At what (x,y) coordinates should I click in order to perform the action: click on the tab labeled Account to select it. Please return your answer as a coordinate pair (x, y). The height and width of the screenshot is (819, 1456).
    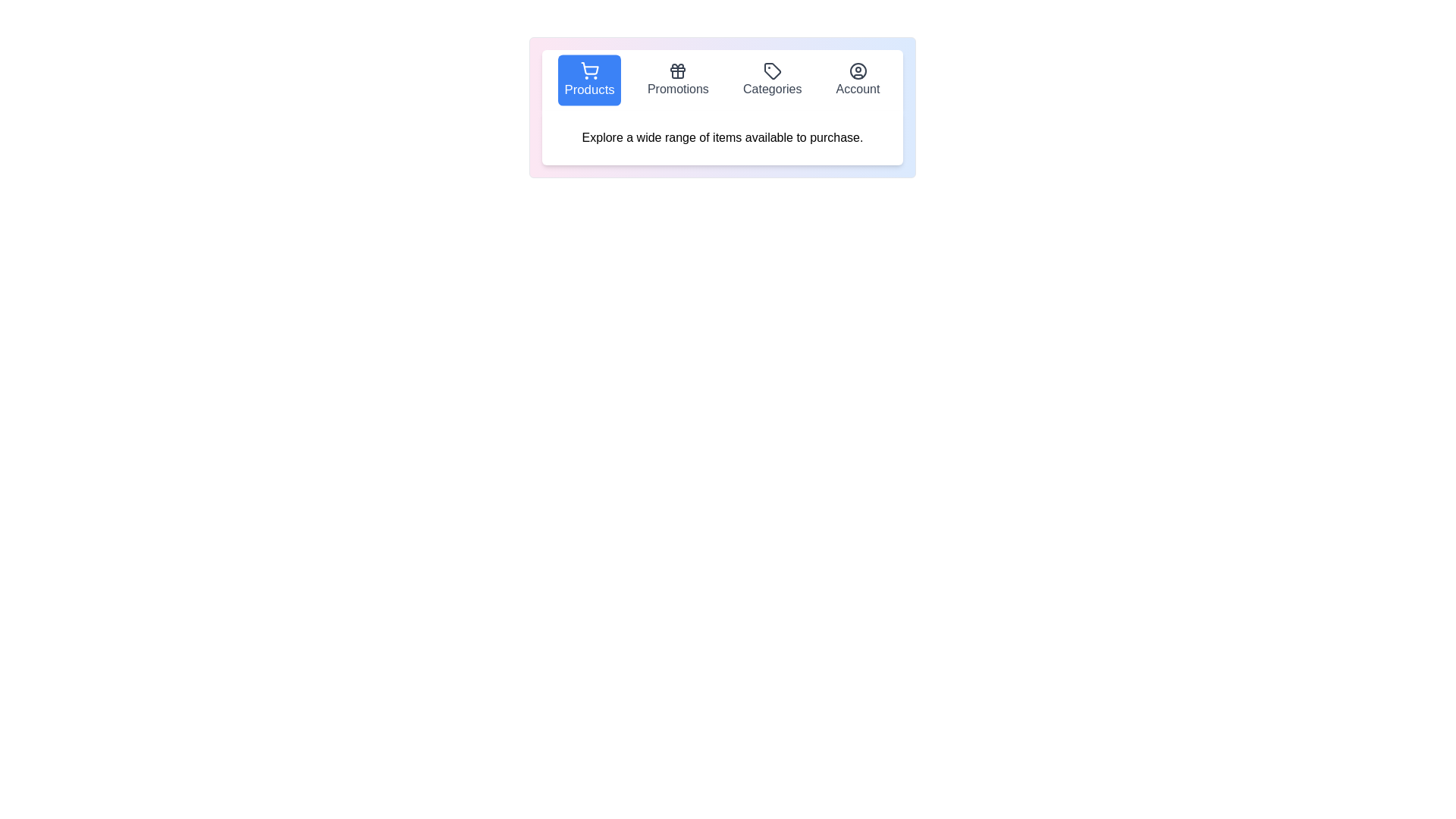
    Looking at the image, I should click on (858, 80).